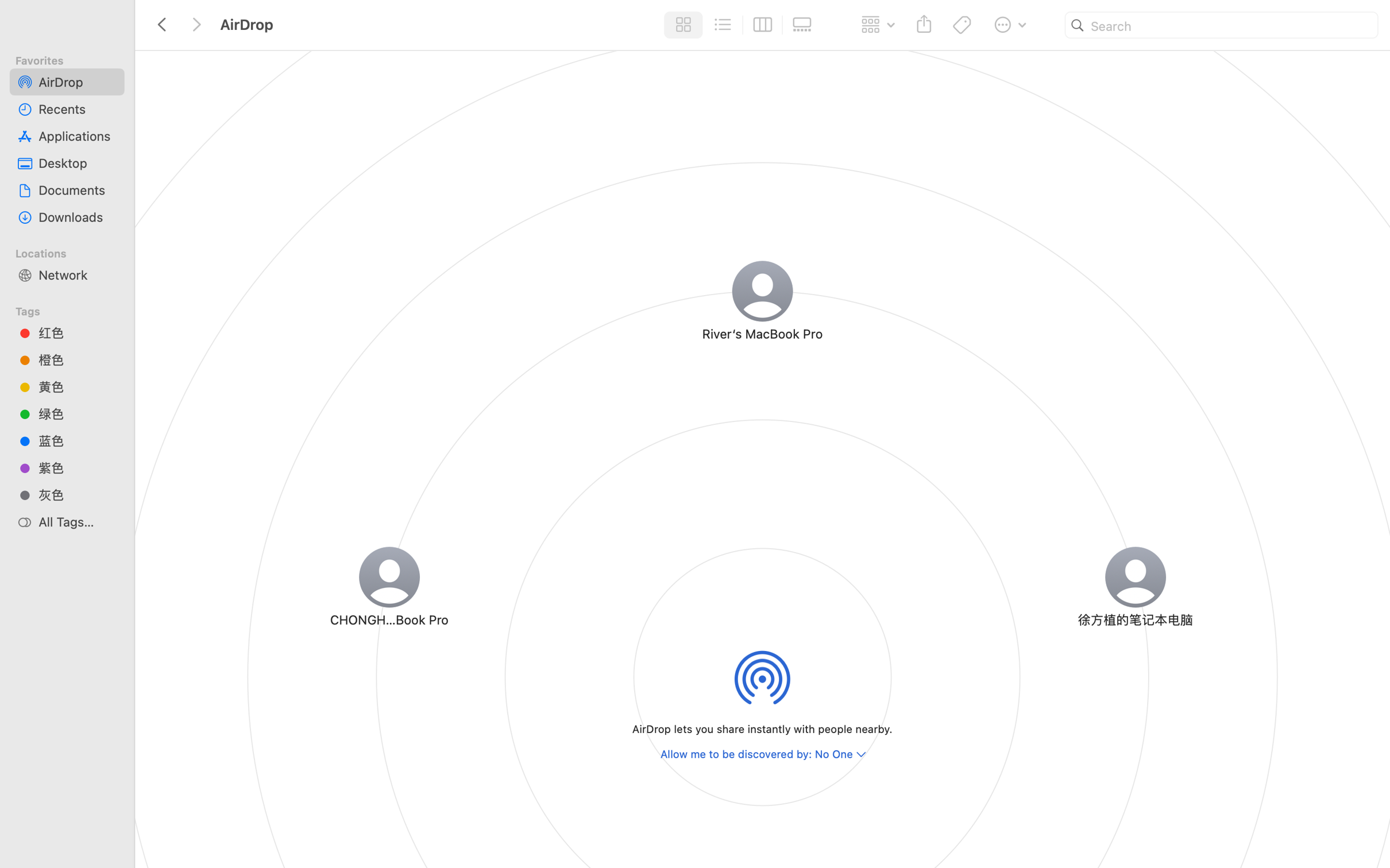 This screenshot has width=1390, height=868. I want to click on 'Downloads', so click(77, 217).